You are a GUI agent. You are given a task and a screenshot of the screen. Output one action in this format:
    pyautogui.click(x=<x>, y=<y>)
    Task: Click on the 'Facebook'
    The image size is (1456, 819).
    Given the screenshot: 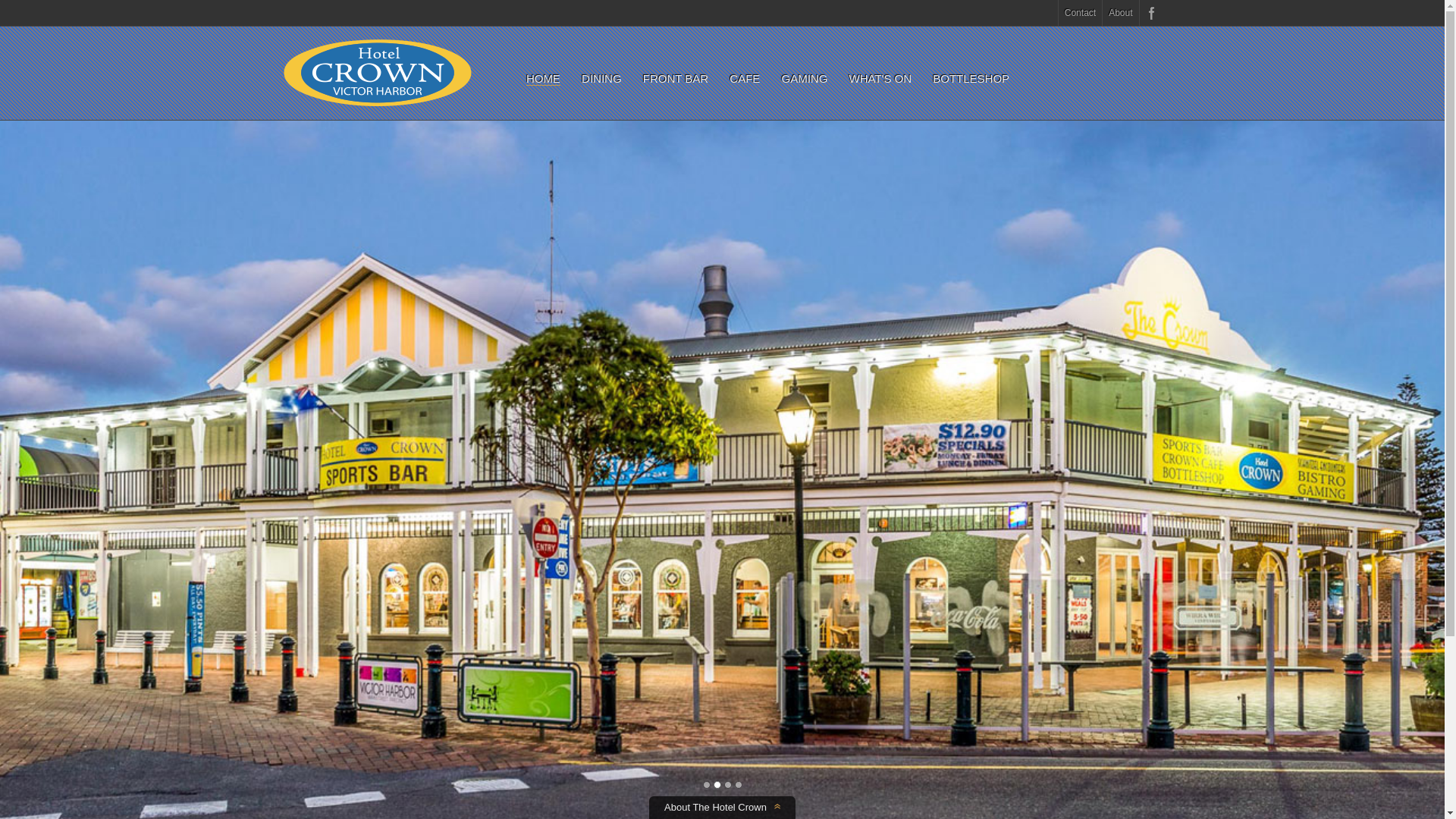 What is the action you would take?
    pyautogui.click(x=1150, y=12)
    